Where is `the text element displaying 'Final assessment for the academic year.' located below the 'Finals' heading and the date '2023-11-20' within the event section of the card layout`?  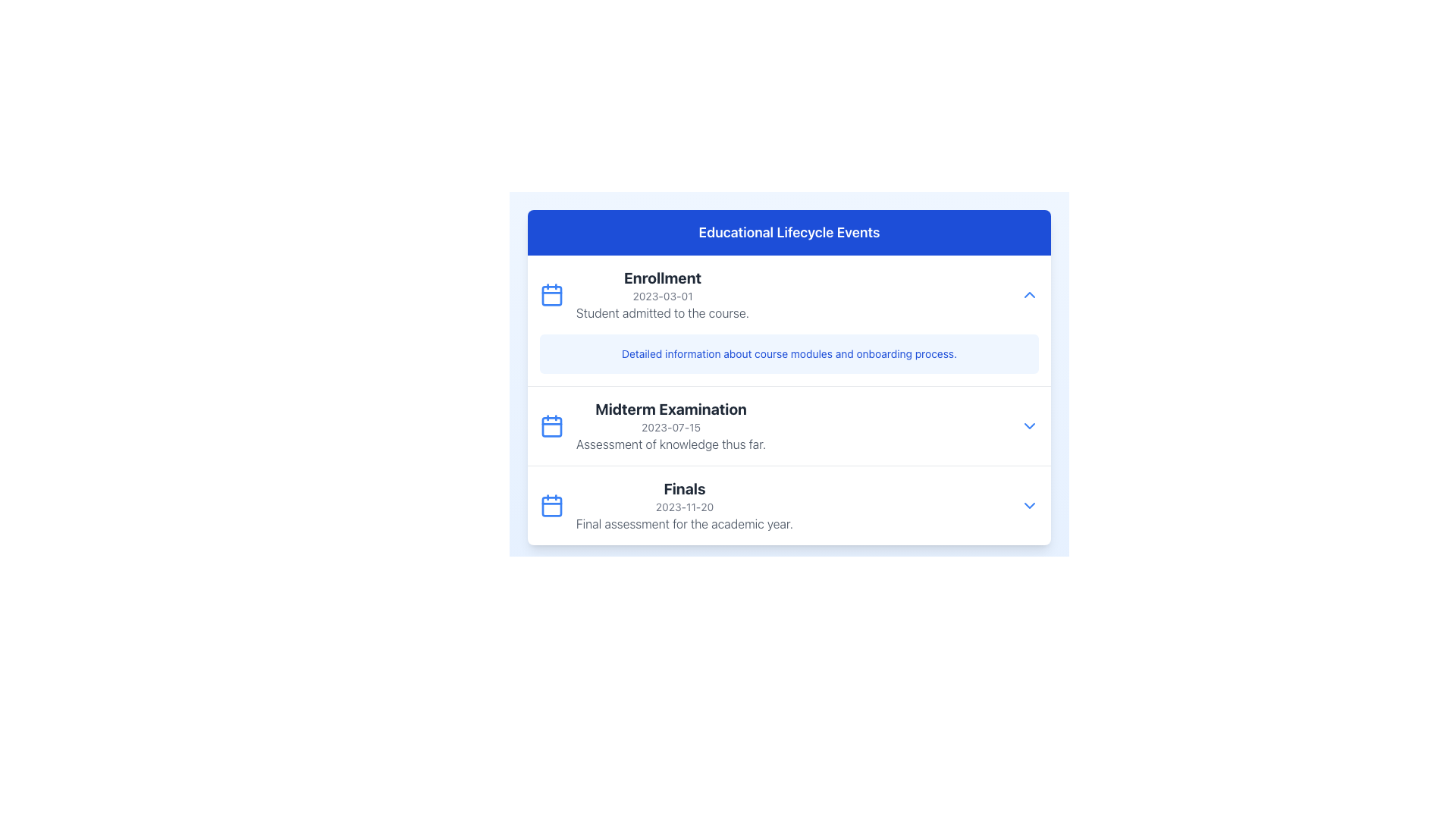
the text element displaying 'Final assessment for the academic year.' located below the 'Finals' heading and the date '2023-11-20' within the event section of the card layout is located at coordinates (683, 522).